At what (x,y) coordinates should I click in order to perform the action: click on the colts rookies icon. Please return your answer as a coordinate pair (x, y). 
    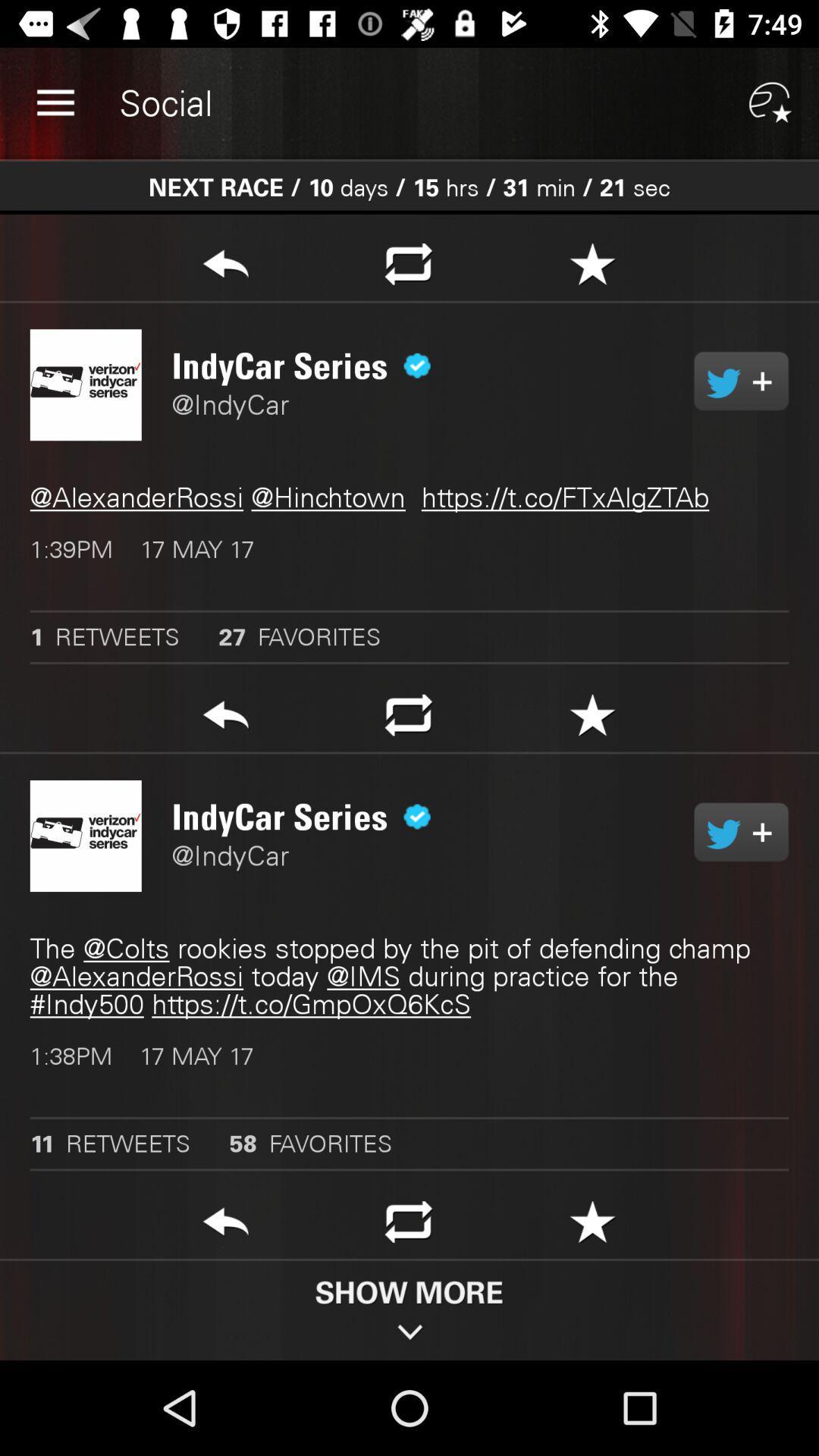
    Looking at the image, I should click on (409, 976).